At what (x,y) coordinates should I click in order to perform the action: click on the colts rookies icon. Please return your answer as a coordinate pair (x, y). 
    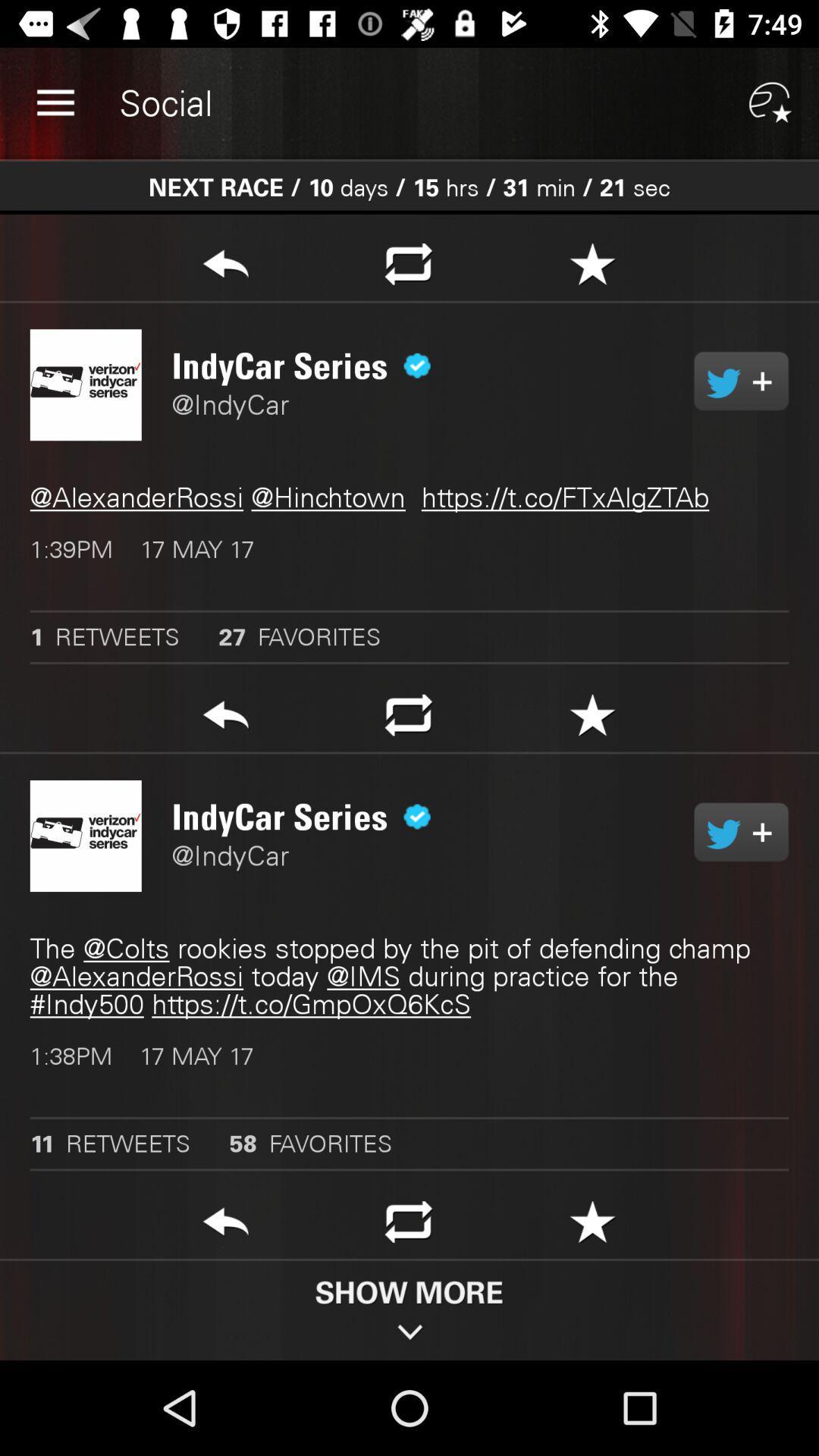
    Looking at the image, I should click on (409, 976).